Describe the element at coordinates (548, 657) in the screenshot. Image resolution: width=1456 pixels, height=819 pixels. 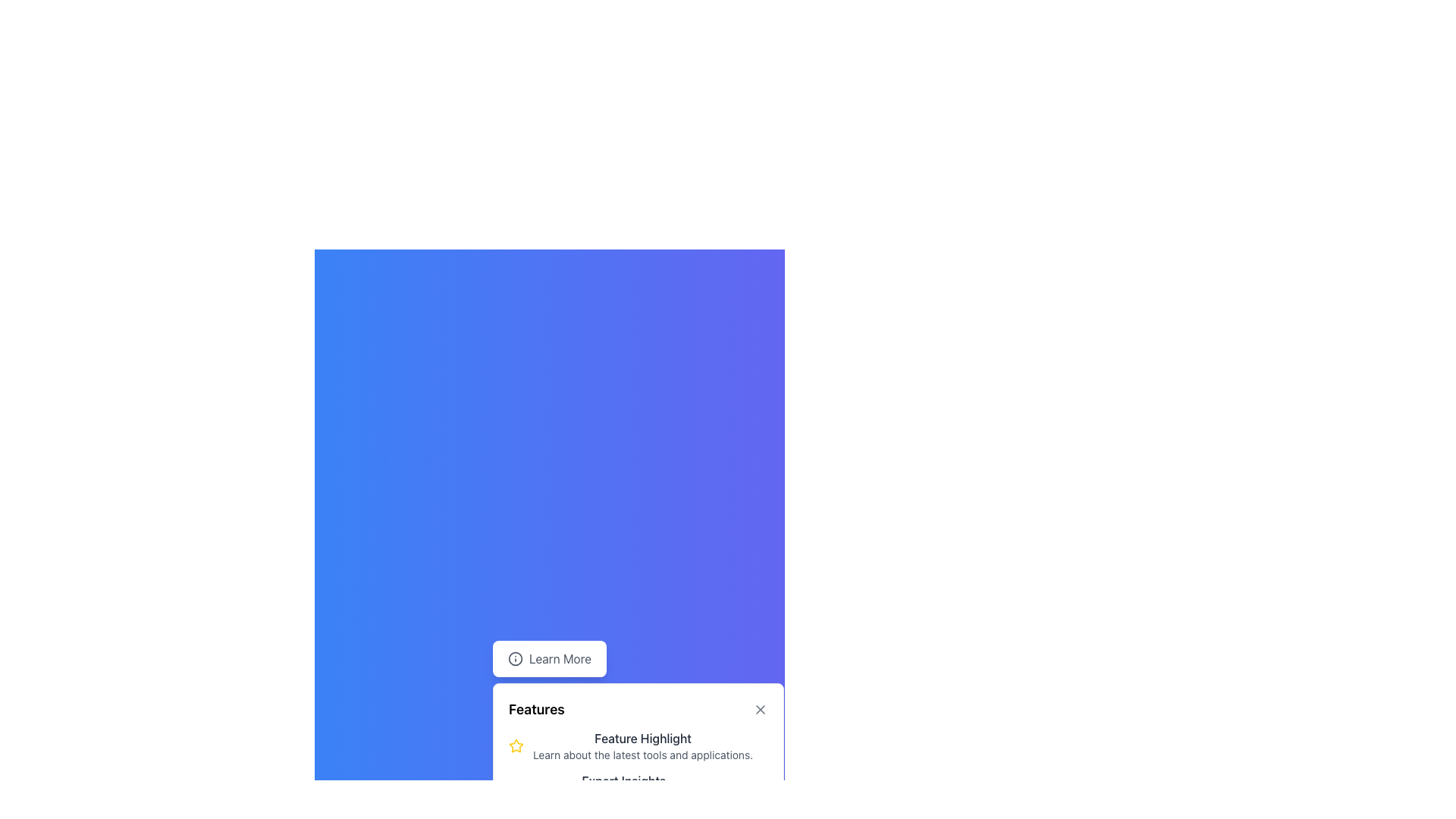
I see `the 'Learn More' button with a white background and an information icon` at that location.